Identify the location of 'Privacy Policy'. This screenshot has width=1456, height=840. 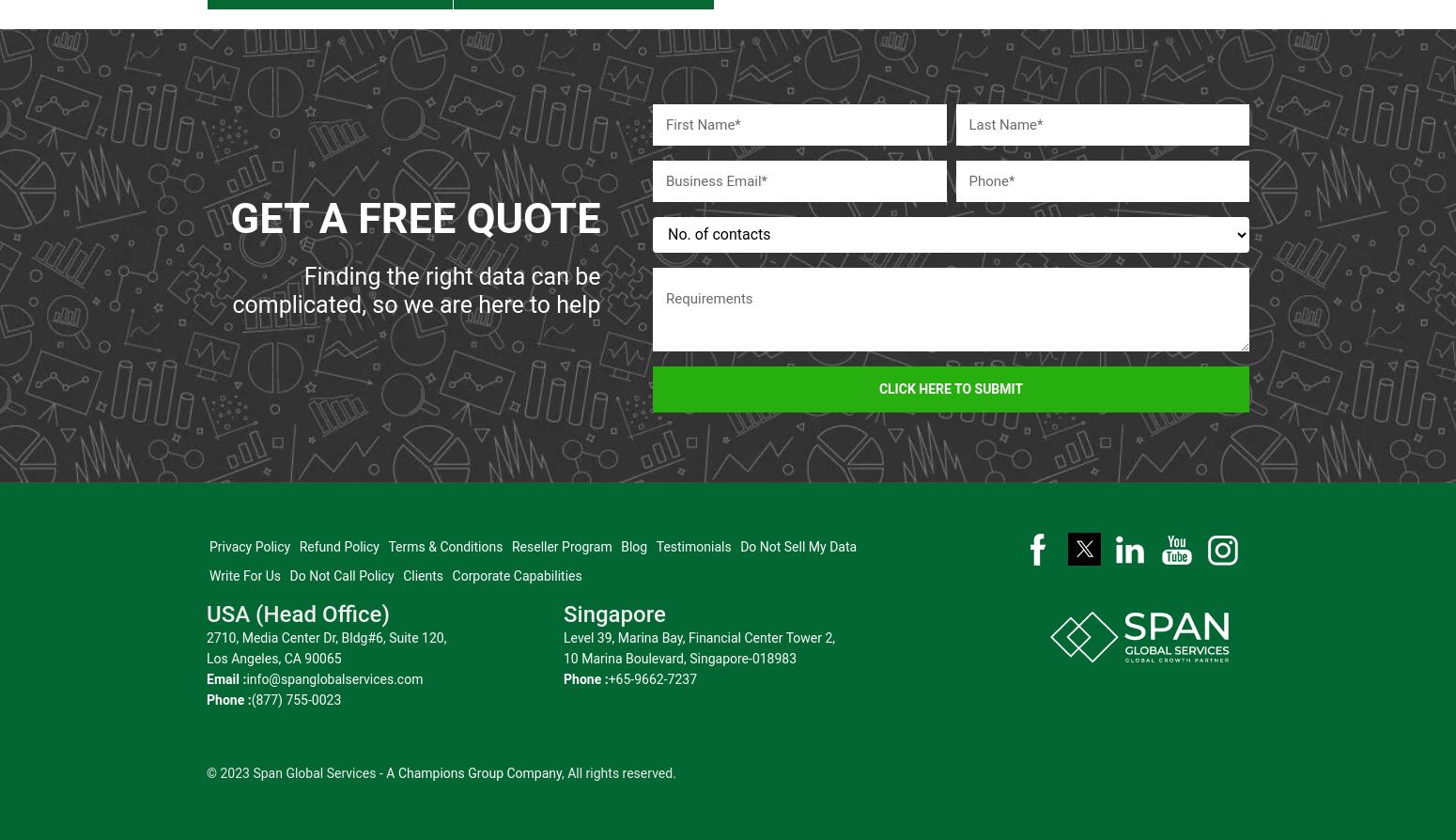
(249, 536).